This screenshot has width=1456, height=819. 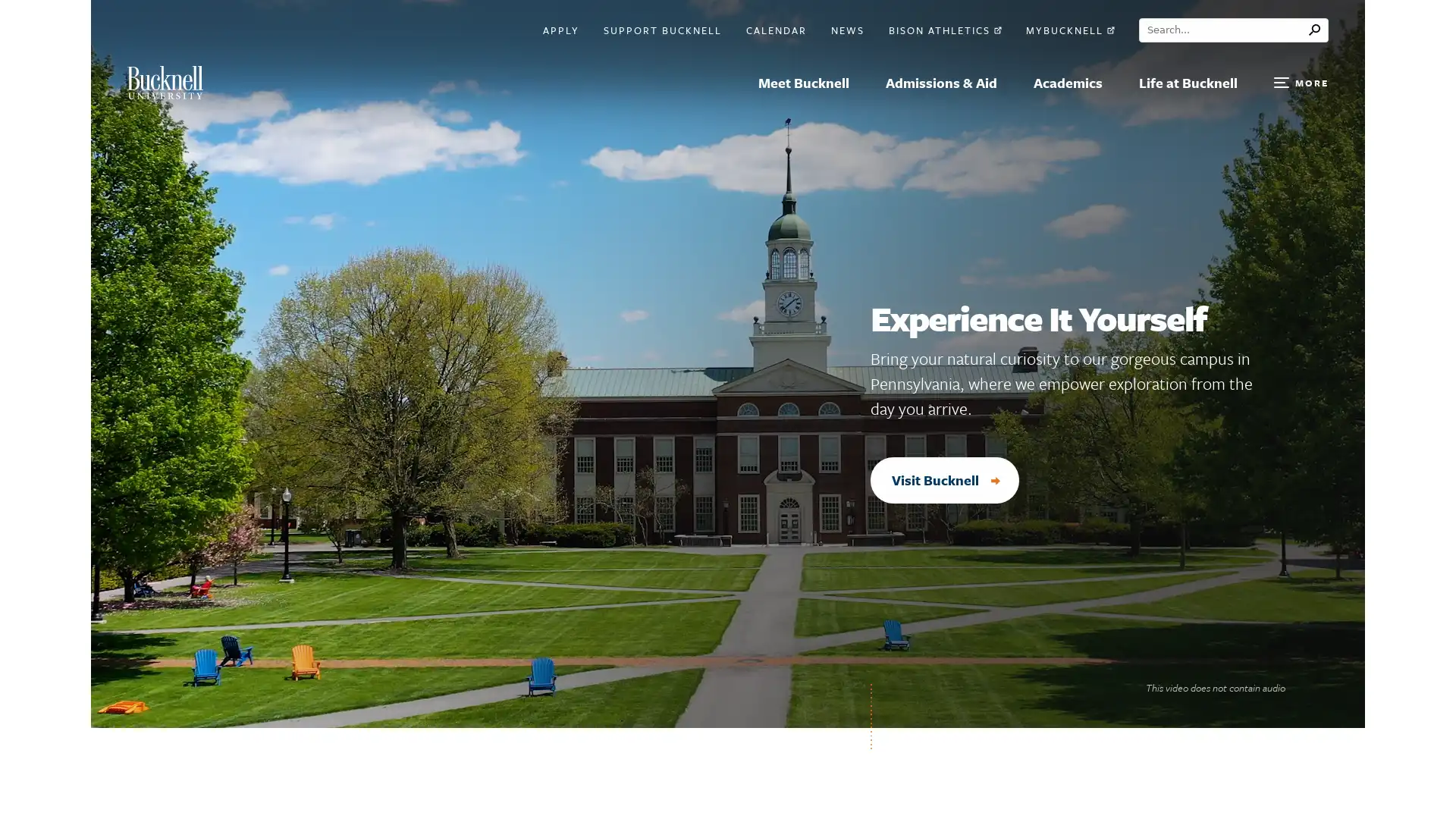 I want to click on Pause, so click(x=1312, y=688).